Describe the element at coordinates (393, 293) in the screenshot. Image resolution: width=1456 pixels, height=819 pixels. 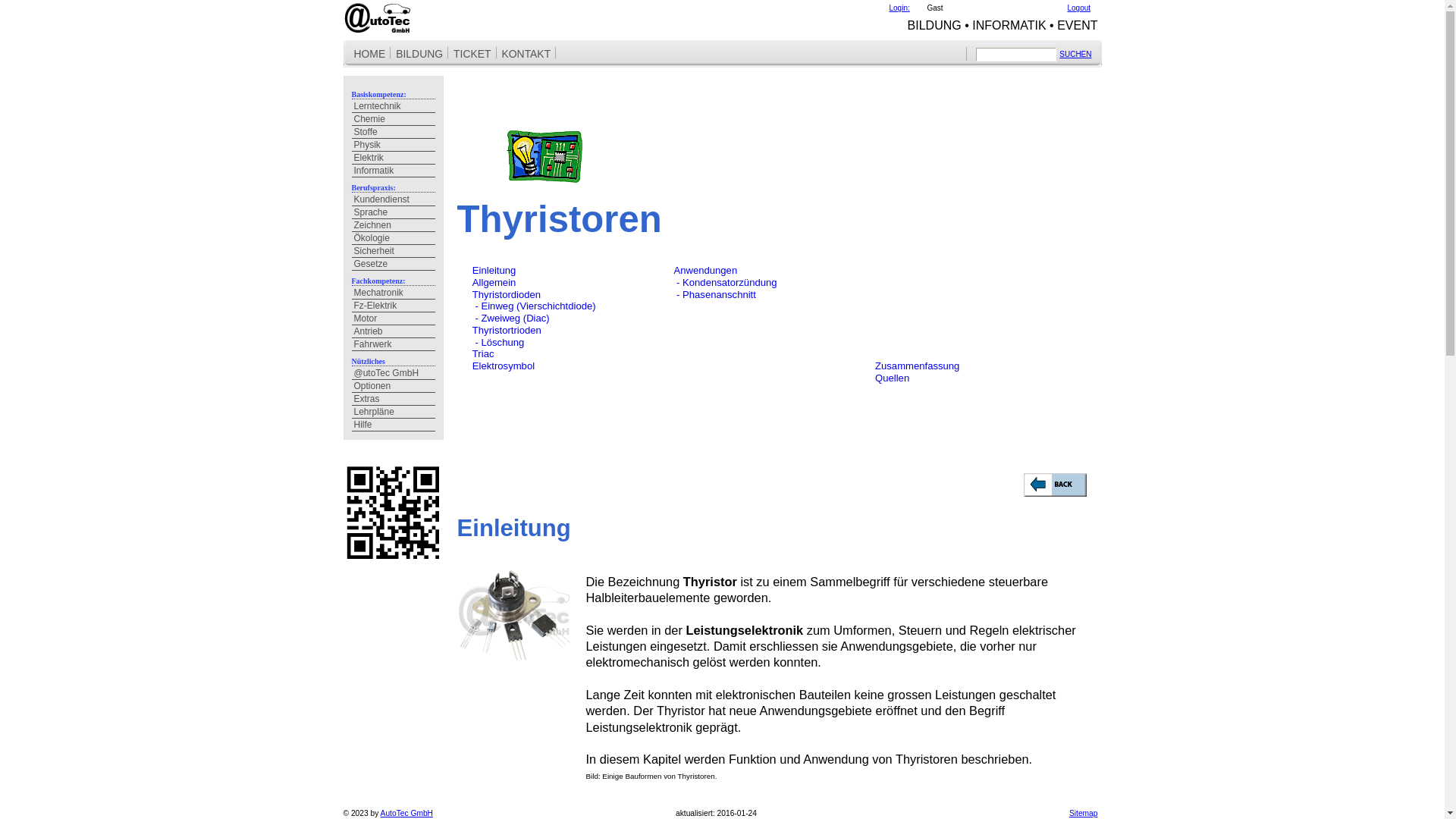
I see `'Mechatronik'` at that location.